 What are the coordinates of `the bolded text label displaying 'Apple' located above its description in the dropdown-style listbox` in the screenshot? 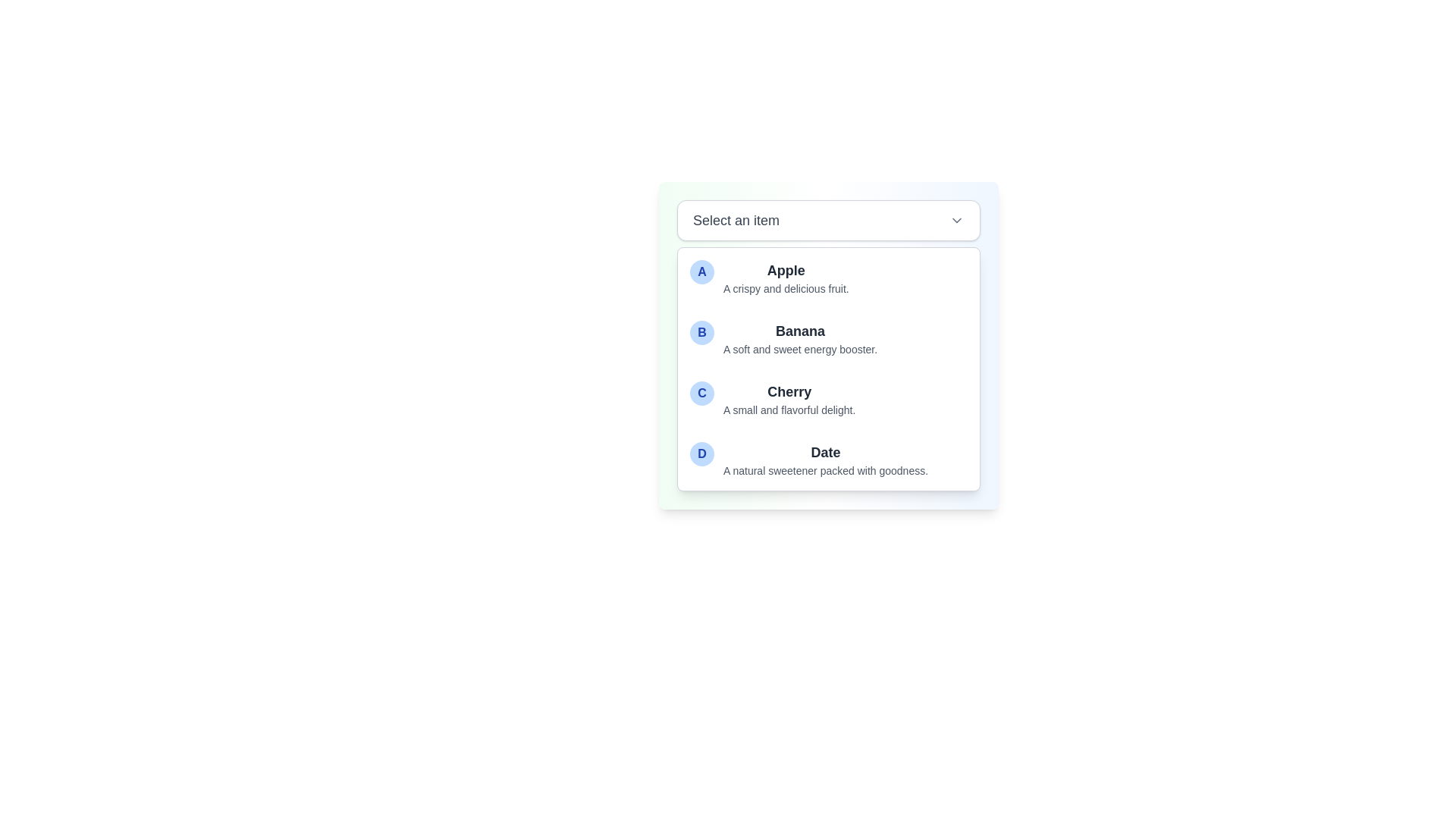 It's located at (786, 270).